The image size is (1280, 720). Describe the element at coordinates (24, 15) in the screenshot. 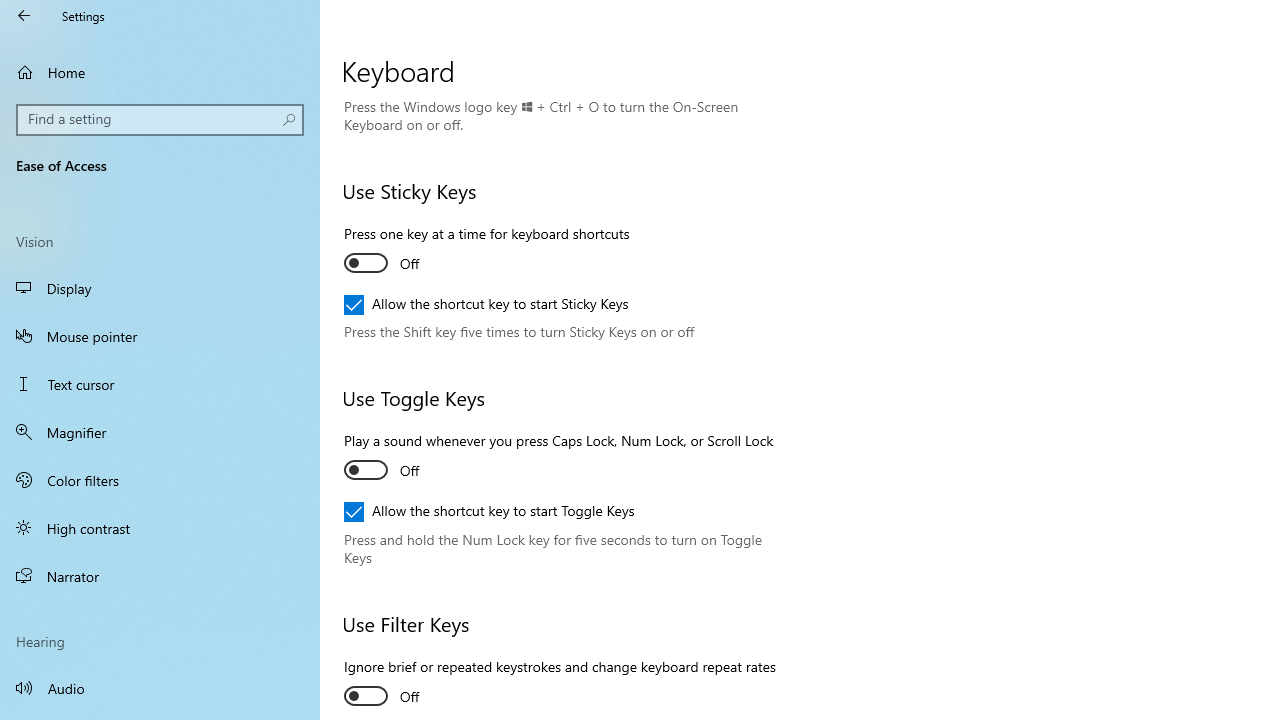

I see `'Back'` at that location.